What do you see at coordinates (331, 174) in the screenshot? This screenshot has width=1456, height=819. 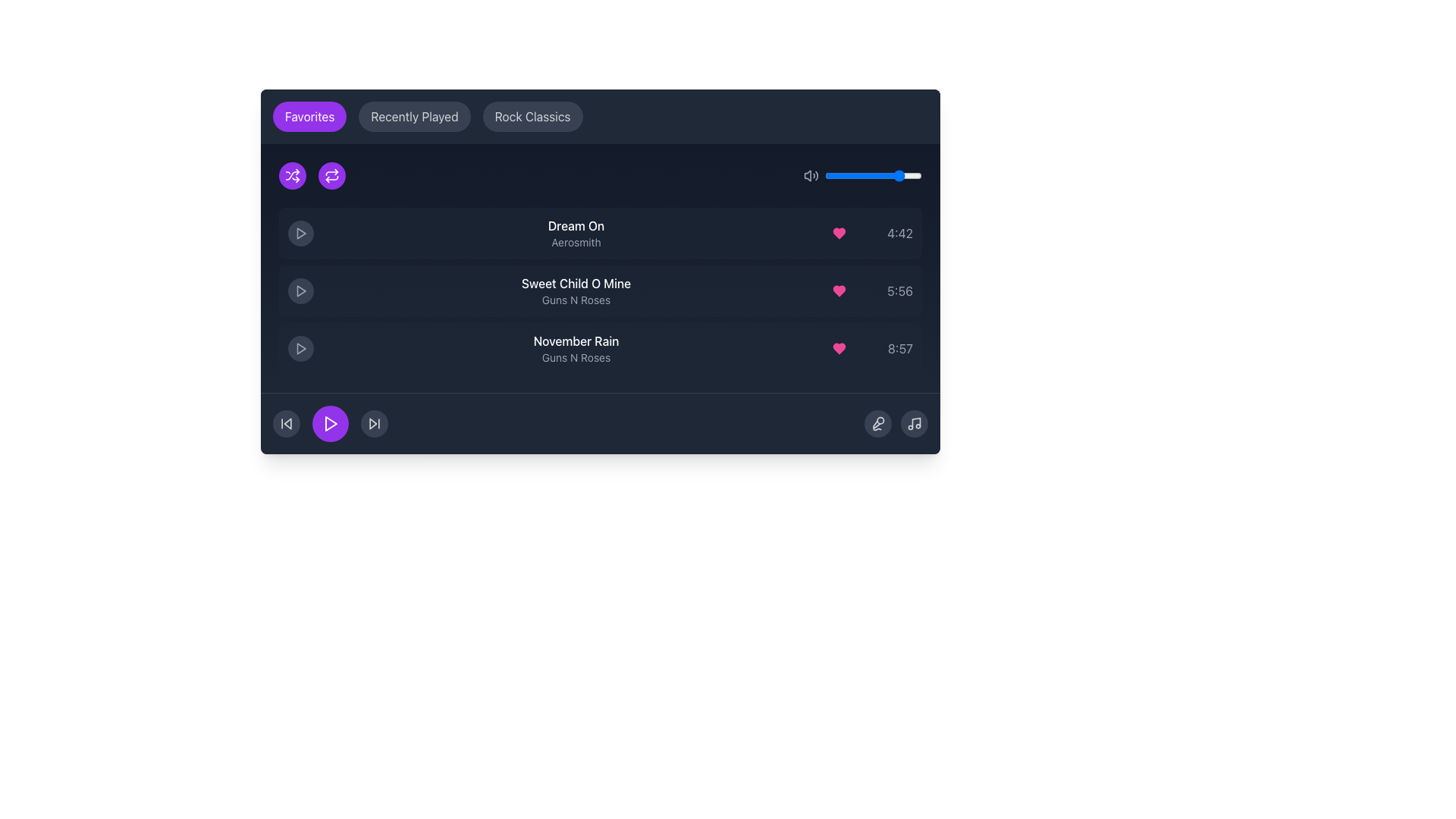 I see `the second circular button in the set of two, located at the top left corner of the section` at bounding box center [331, 174].